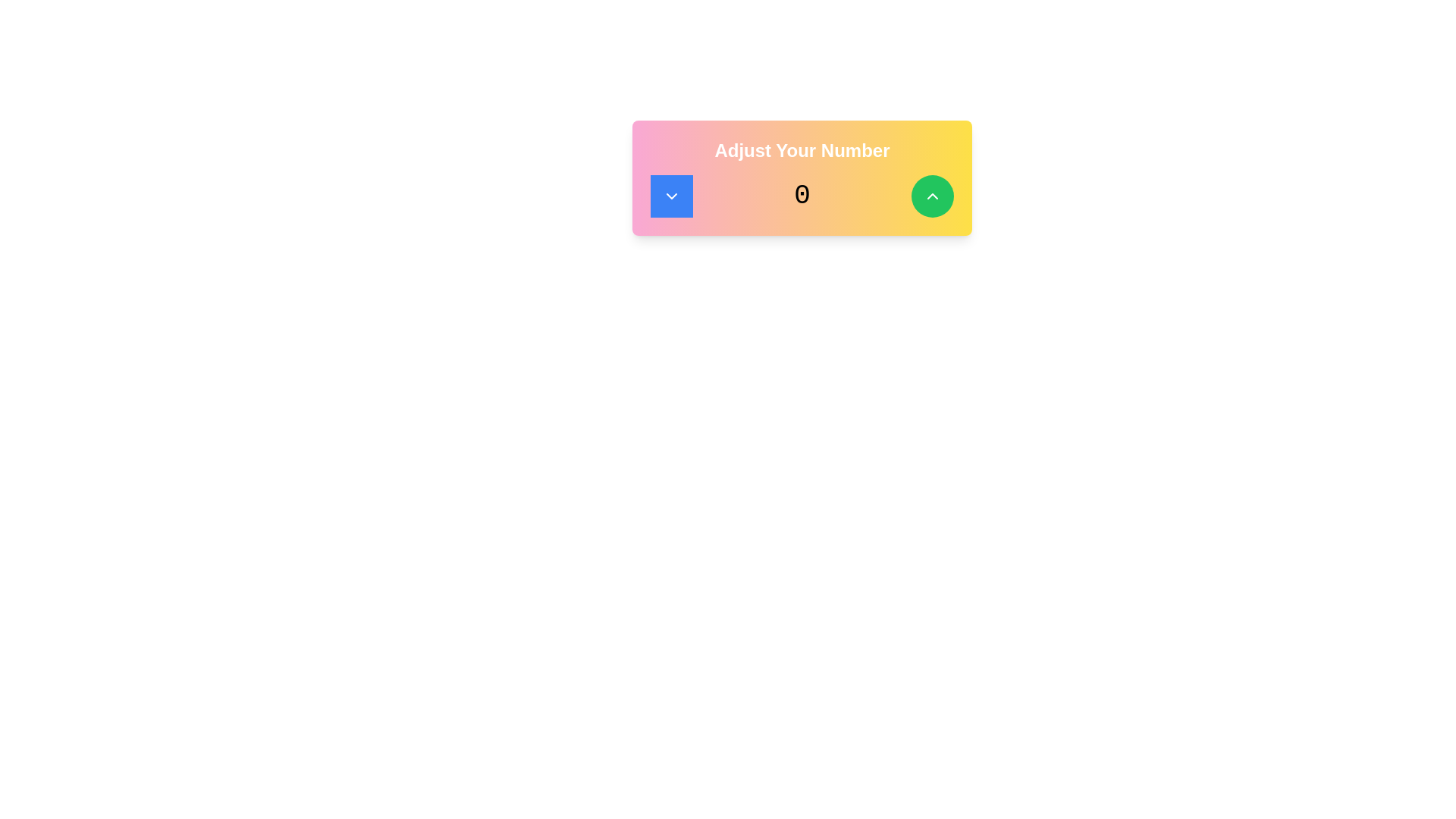 This screenshot has height=819, width=1456. What do you see at coordinates (671, 195) in the screenshot?
I see `the downward-facing chevron icon located within the interactive circular blue button on the left side of the gradient-colored panel labeled 'Adjust Your Number' to trigger a tooltip or visual feedback` at bounding box center [671, 195].